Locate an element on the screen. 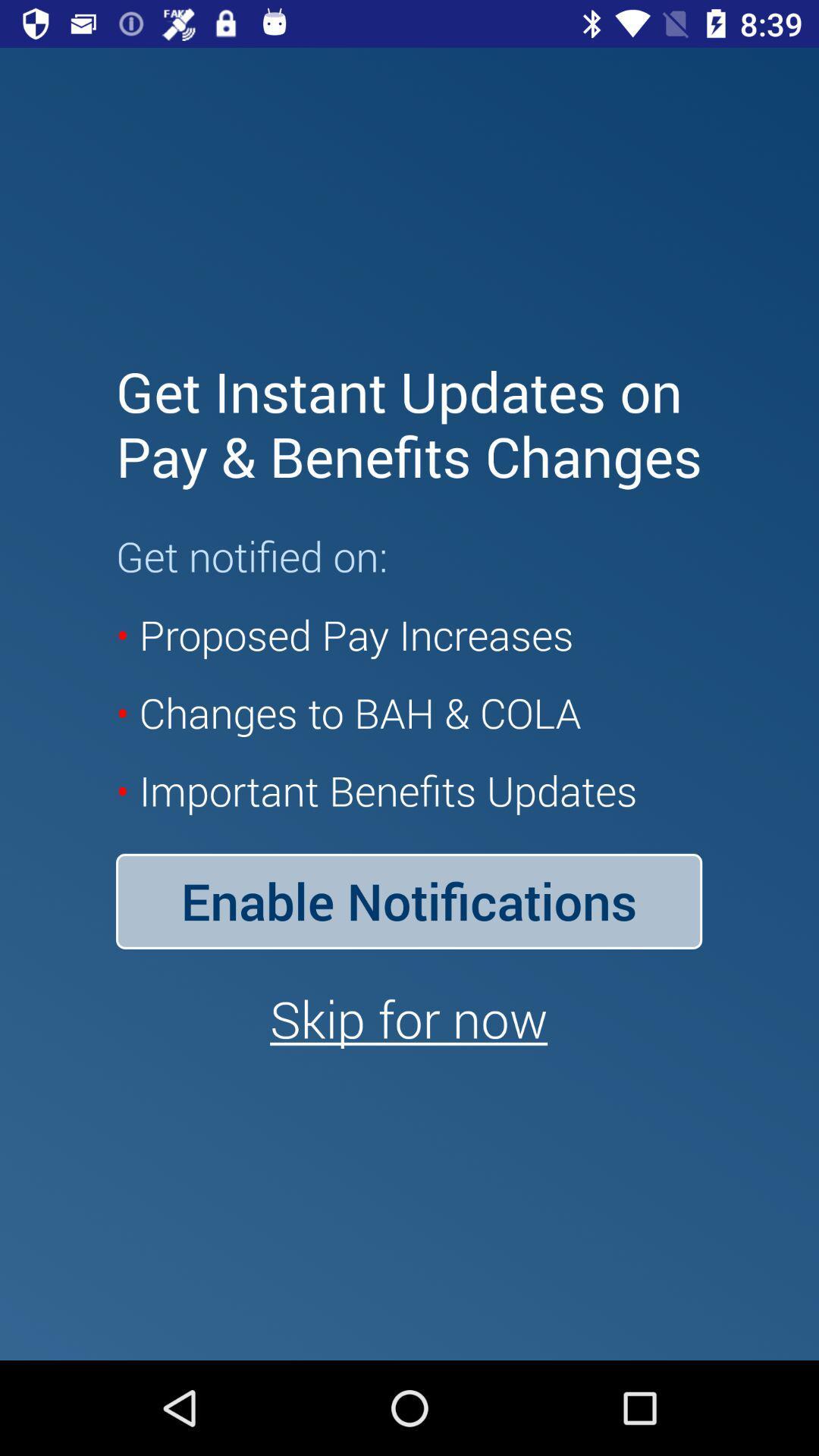 This screenshot has height=1456, width=819. item above skip for now is located at coordinates (408, 901).